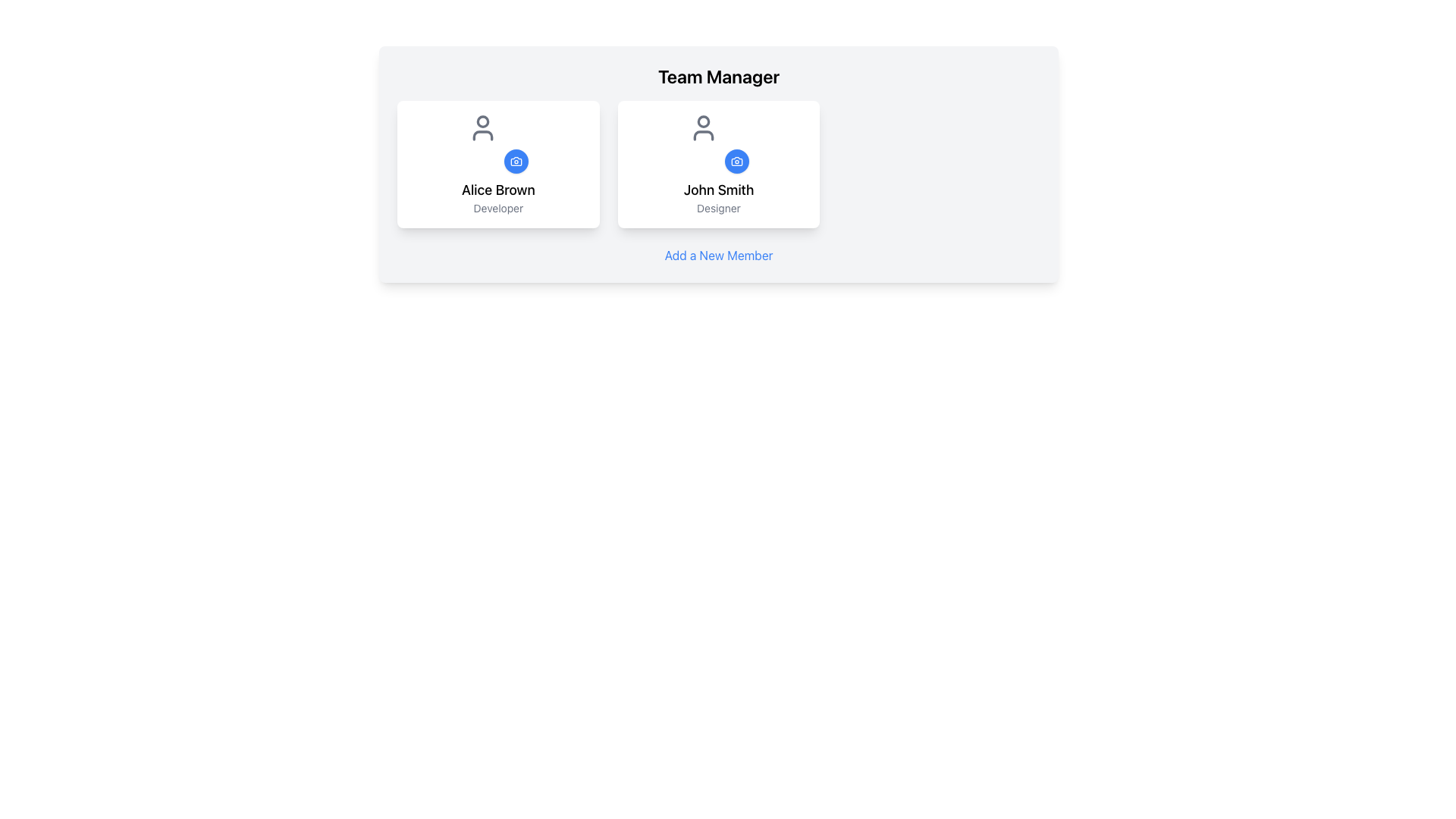 This screenshot has height=819, width=1456. Describe the element at coordinates (482, 127) in the screenshot. I see `the user silhouette graphical icon in the top-left section of the card labeled 'Alice Brown Developer' within the 'Team Manager' interface` at that location.